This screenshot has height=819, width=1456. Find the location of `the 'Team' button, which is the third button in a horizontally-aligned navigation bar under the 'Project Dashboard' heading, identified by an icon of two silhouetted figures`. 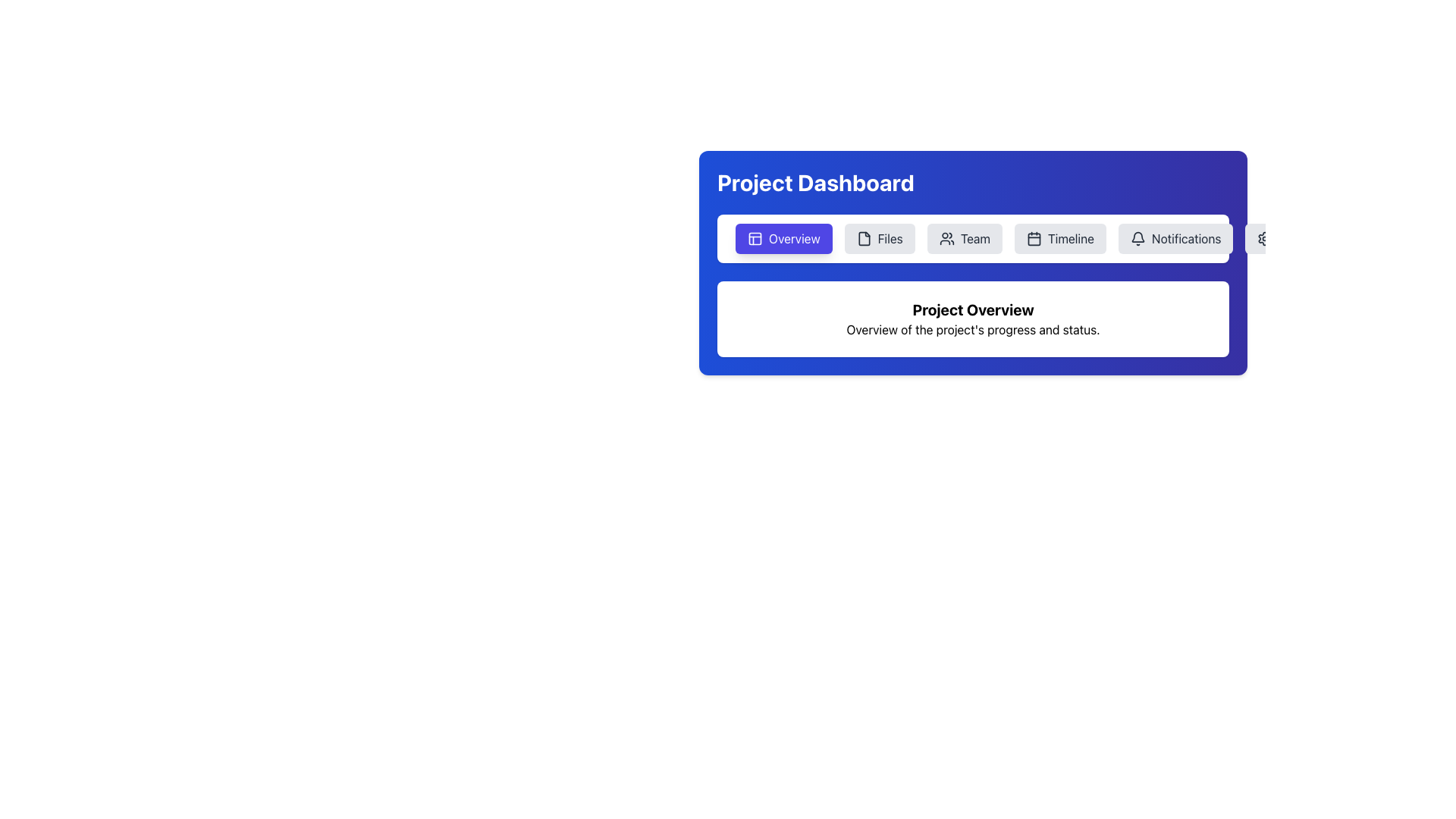

the 'Team' button, which is the third button in a horizontally-aligned navigation bar under the 'Project Dashboard' heading, identified by an icon of two silhouetted figures is located at coordinates (946, 239).